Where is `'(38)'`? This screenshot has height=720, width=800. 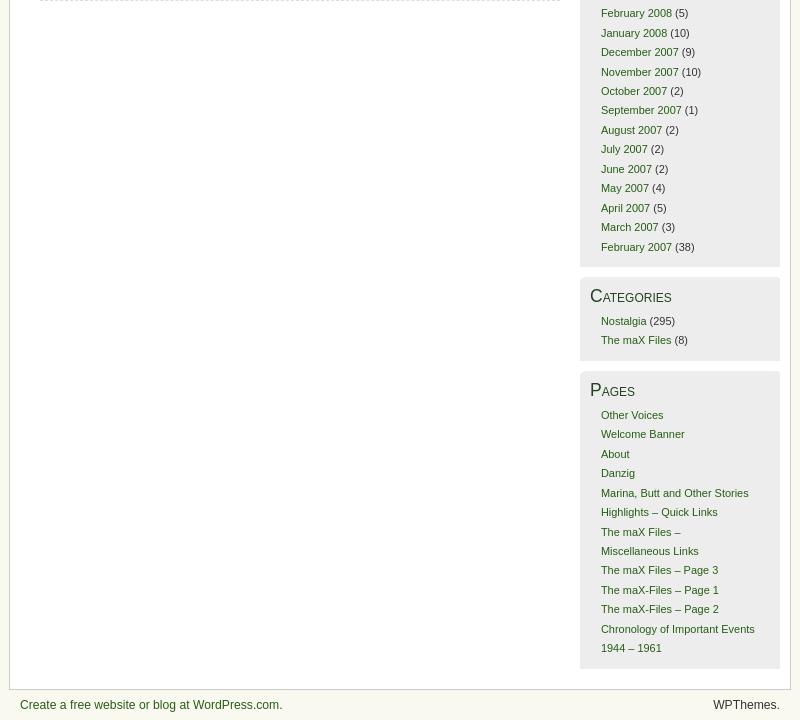
'(38)' is located at coordinates (683, 245).